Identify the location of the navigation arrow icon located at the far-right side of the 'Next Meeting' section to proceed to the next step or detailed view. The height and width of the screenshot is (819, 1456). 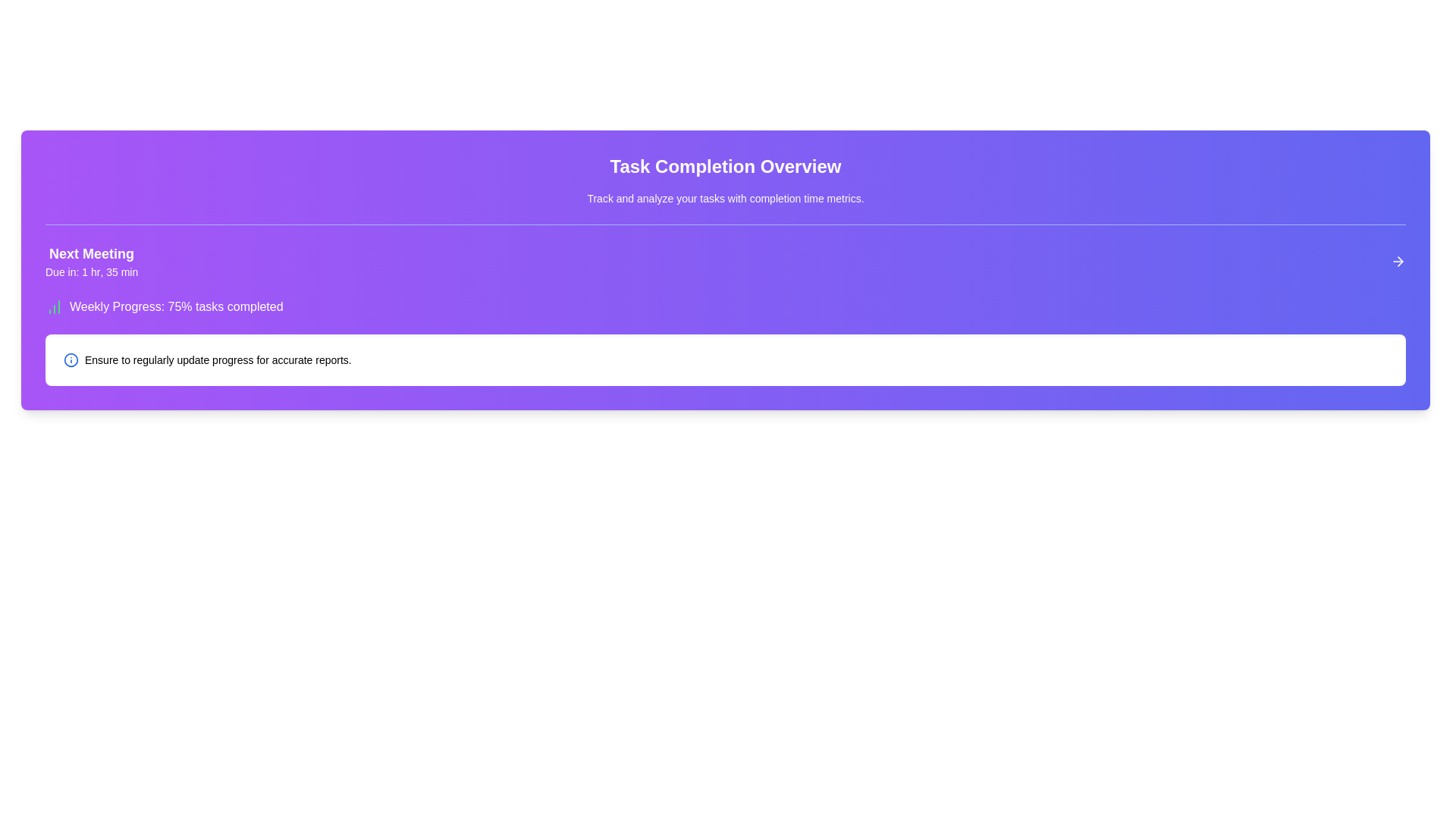
(1397, 260).